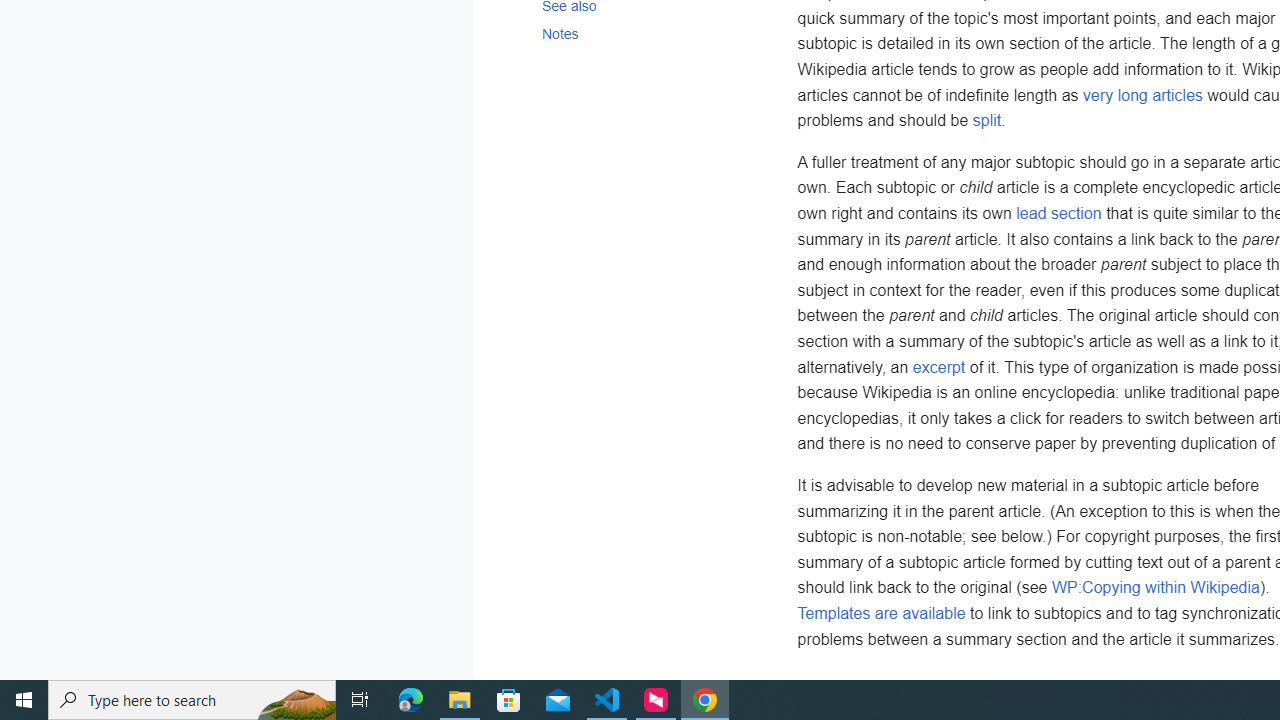 The height and width of the screenshot is (720, 1280). What do you see at coordinates (1143, 94) in the screenshot?
I see `'very long articles'` at bounding box center [1143, 94].